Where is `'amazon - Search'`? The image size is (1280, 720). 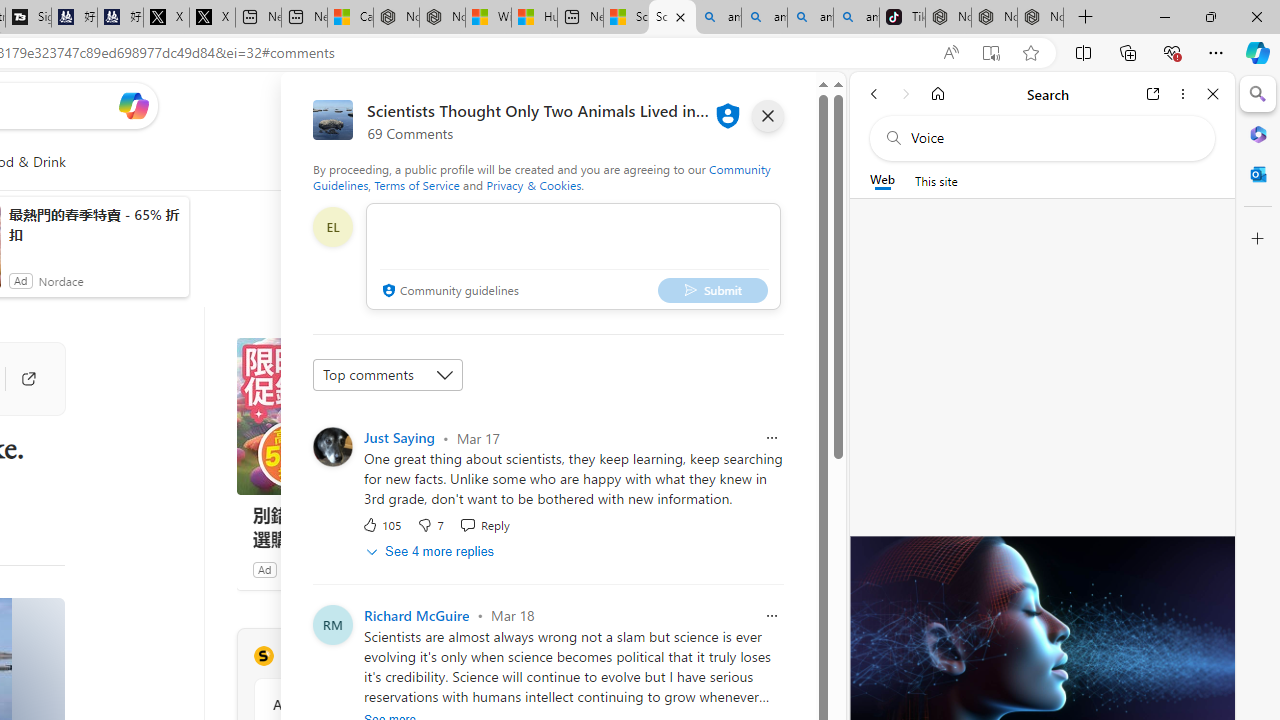
'amazon - Search' is located at coordinates (763, 17).